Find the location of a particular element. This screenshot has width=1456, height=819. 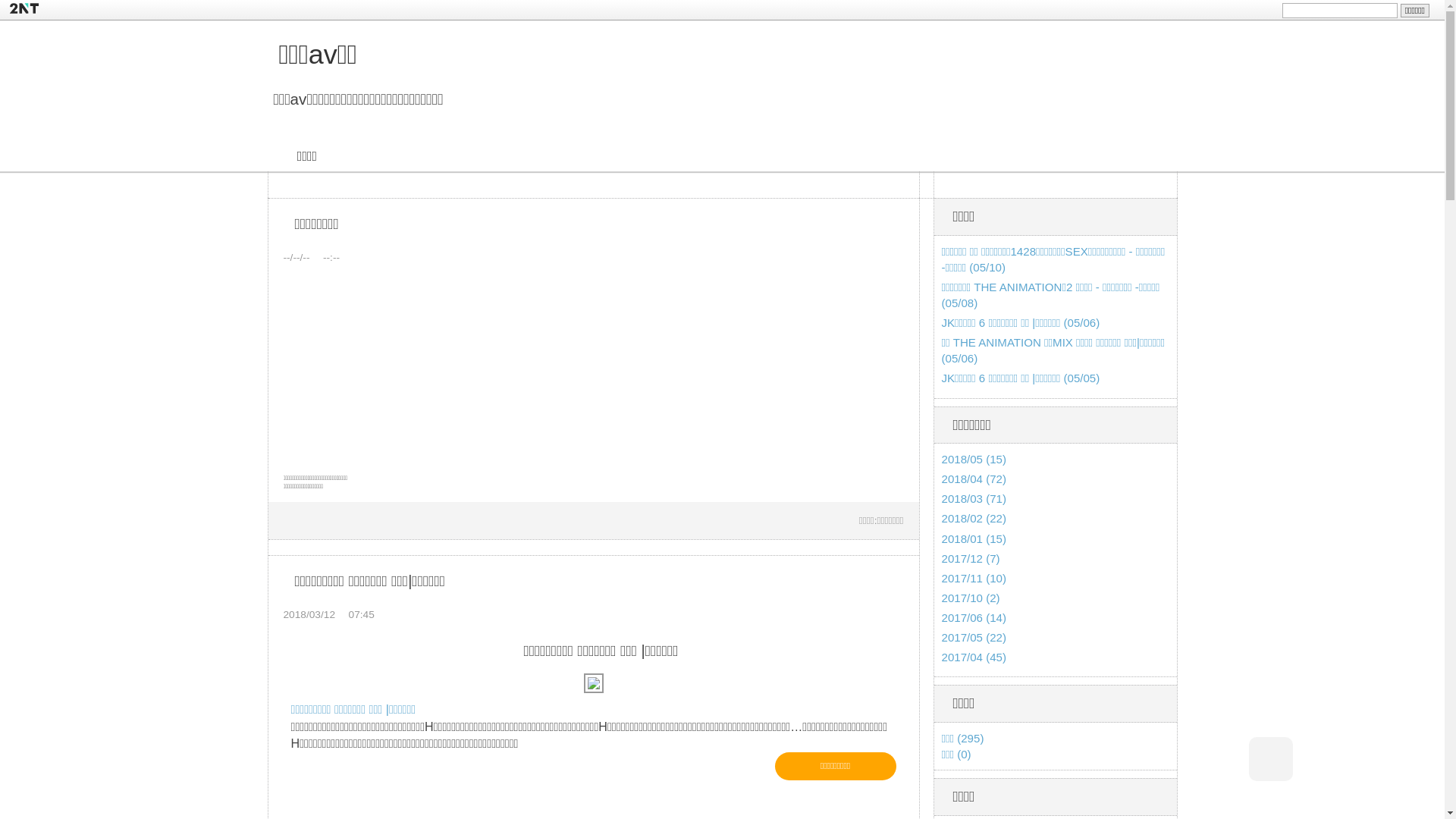

'2018/01 (15)' is located at coordinates (974, 538).